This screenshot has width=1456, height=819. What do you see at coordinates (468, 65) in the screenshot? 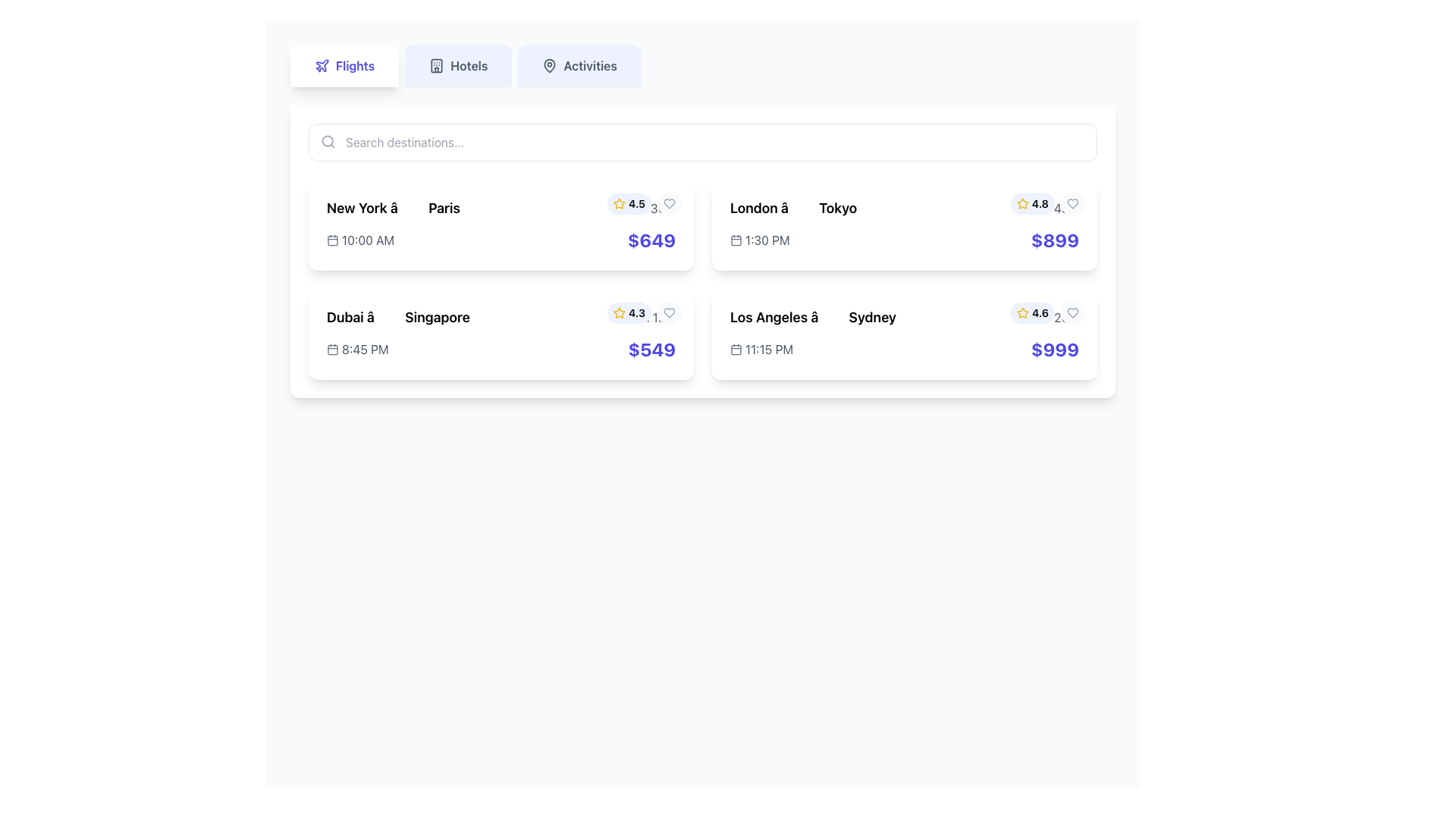
I see `text label 'Hotels' which is styled with a bold typeface and is part of the navigation menu` at bounding box center [468, 65].